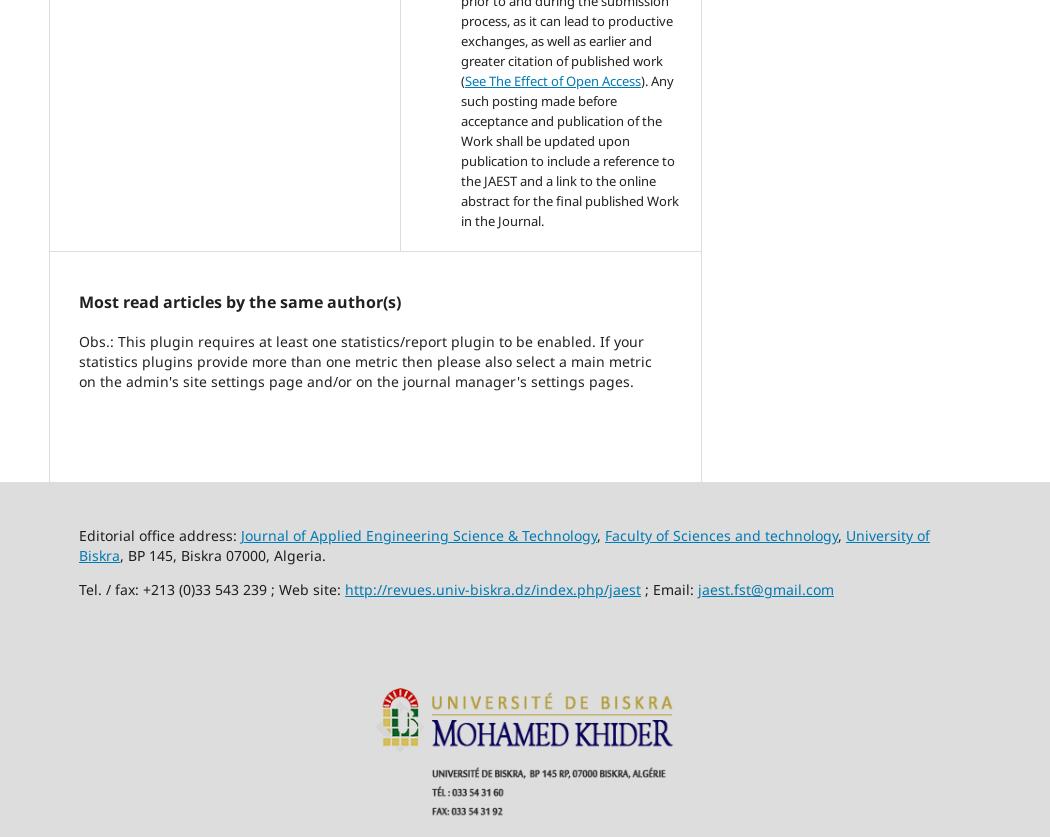  What do you see at coordinates (119, 554) in the screenshot?
I see `', BP 145, Biskra 07000, Algeria.'` at bounding box center [119, 554].